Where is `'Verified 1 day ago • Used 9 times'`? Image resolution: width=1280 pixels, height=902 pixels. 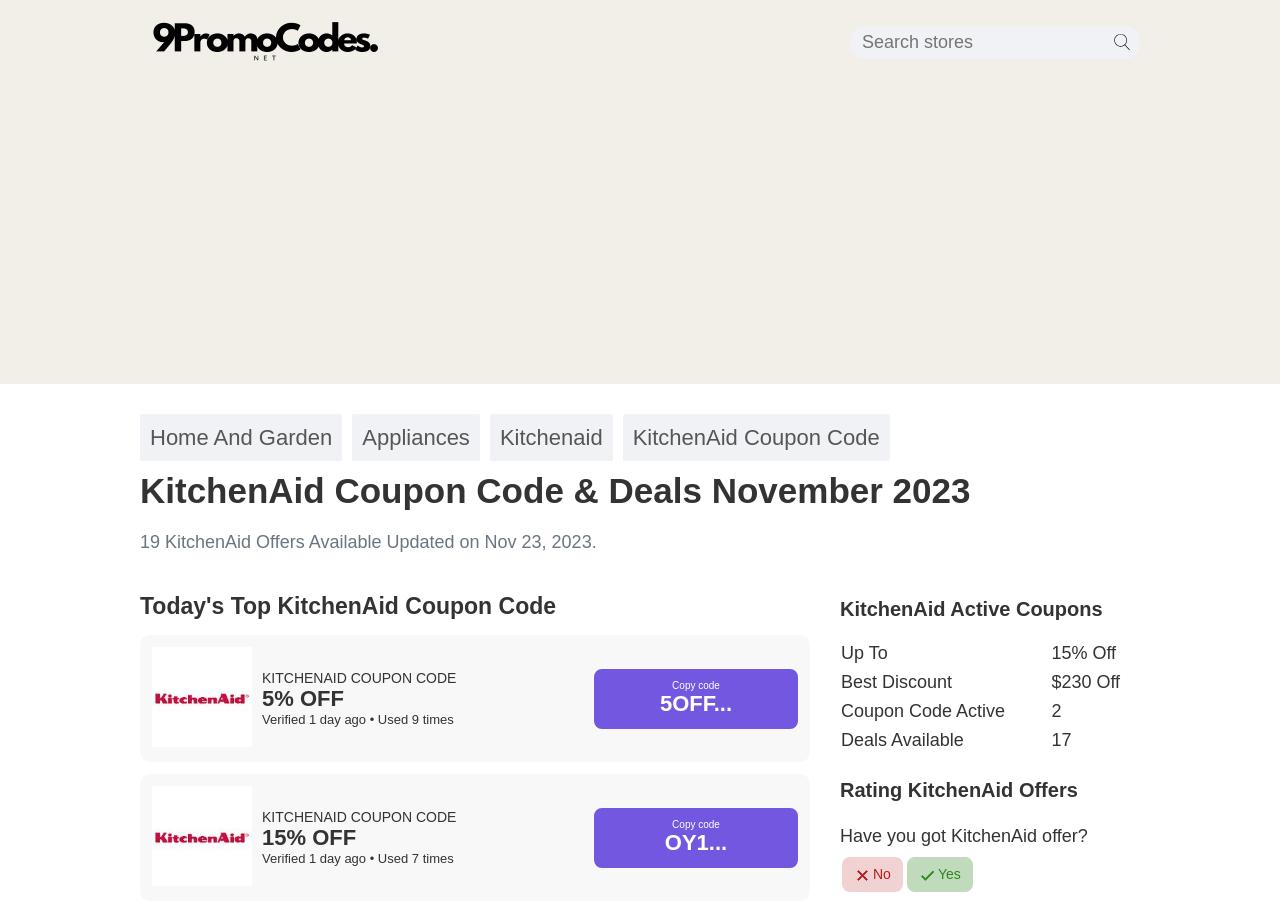
'Verified 1 day ago • Used 9 times' is located at coordinates (357, 719).